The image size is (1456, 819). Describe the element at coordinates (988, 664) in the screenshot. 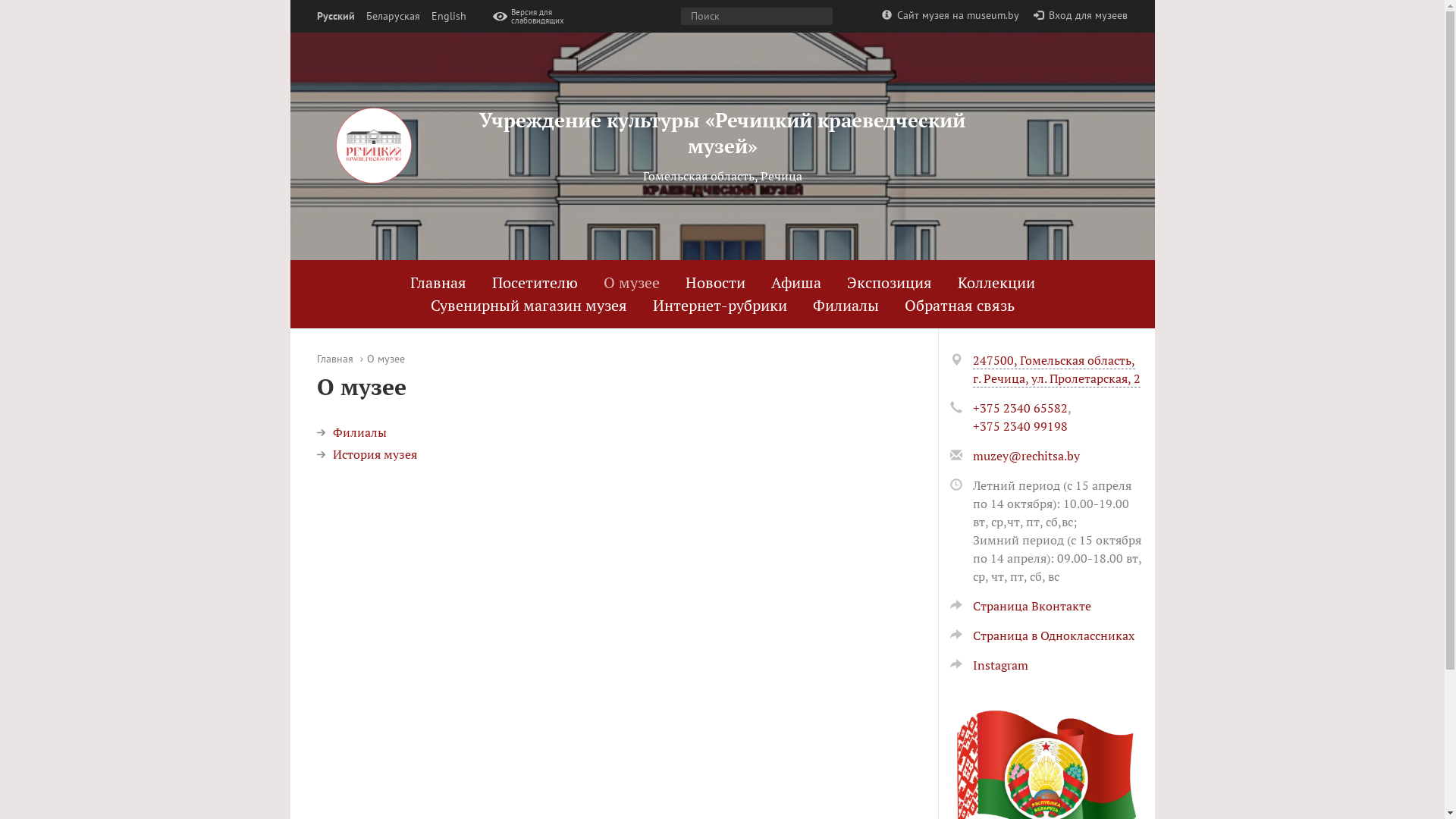

I see `'Instagram'` at that location.